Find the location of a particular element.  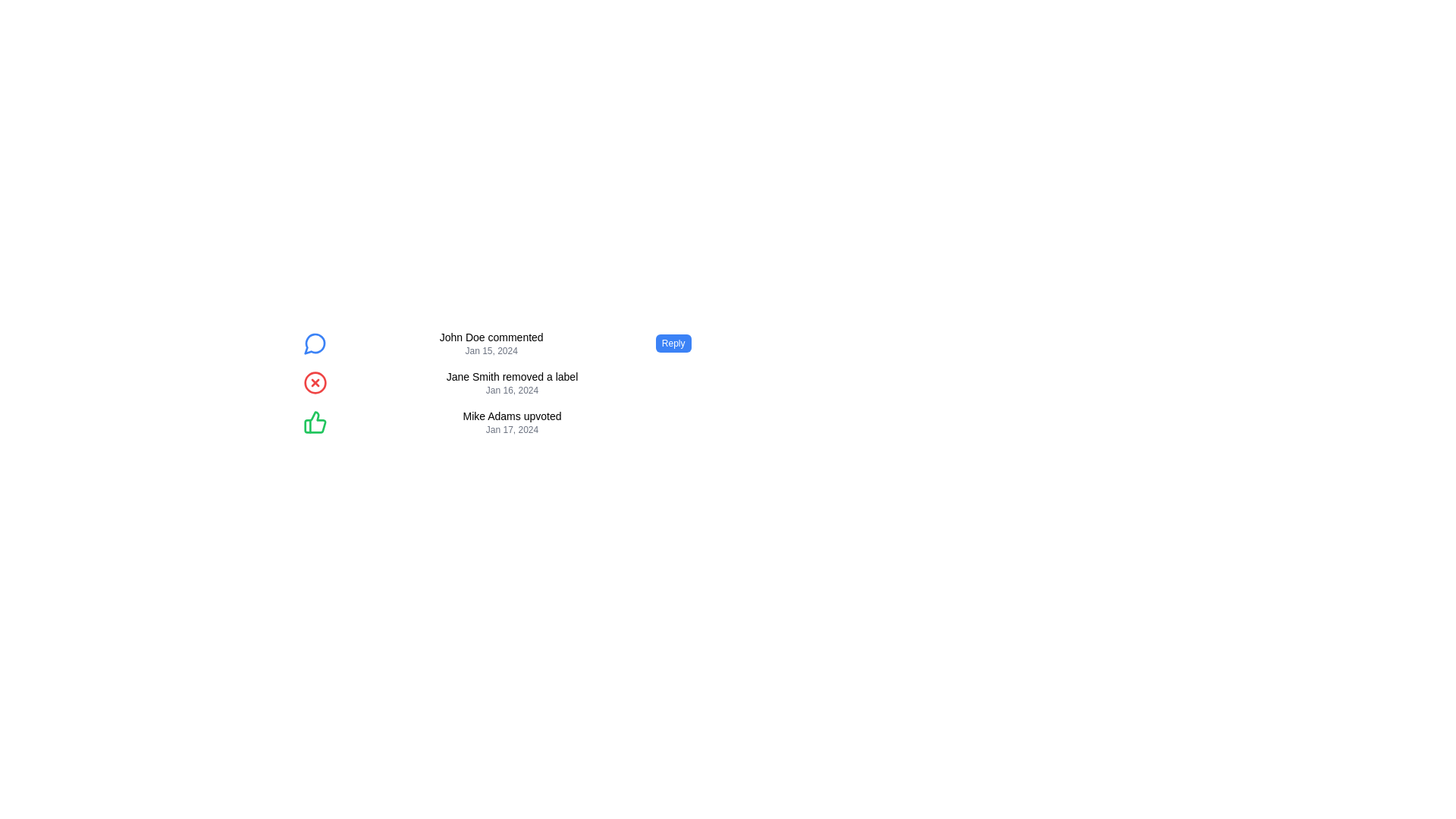

the reply button located at the bottom right corner of the comment card associated with 'John Doe commented Jan 15, 2024' is located at coordinates (673, 343).